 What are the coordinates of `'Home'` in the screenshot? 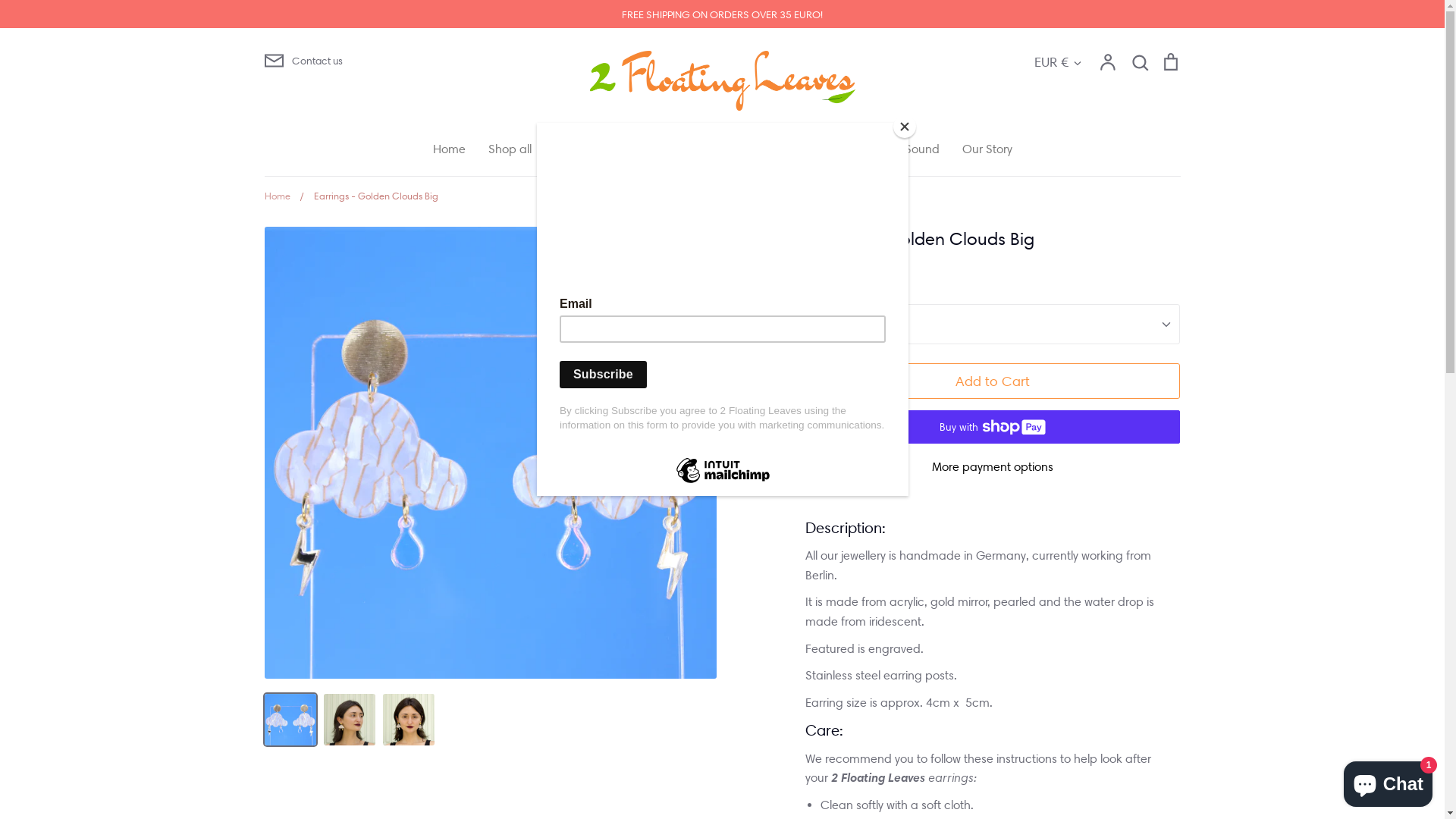 It's located at (447, 149).